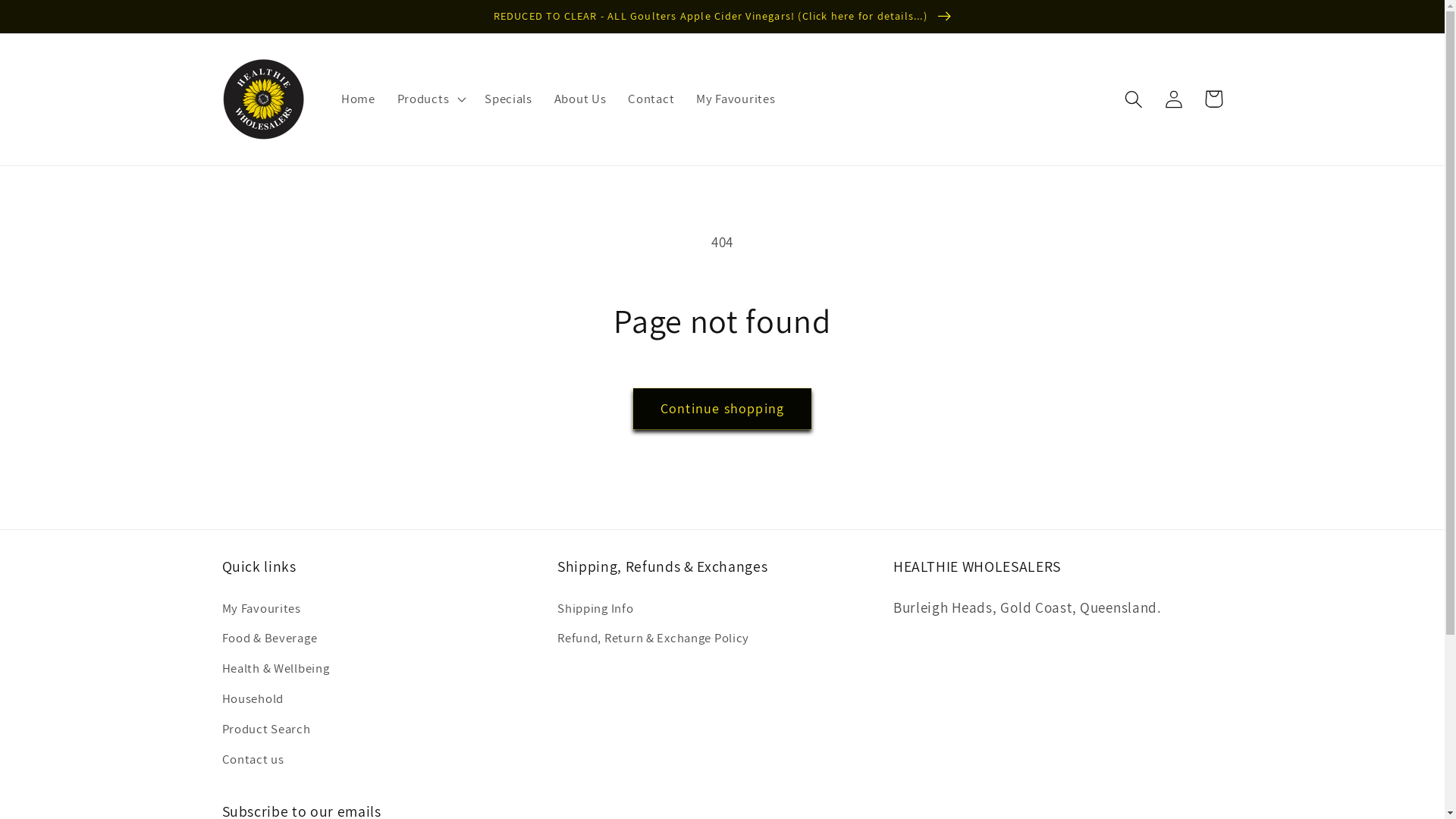 The width and height of the screenshot is (1456, 819). I want to click on 'Contact', so click(651, 99).